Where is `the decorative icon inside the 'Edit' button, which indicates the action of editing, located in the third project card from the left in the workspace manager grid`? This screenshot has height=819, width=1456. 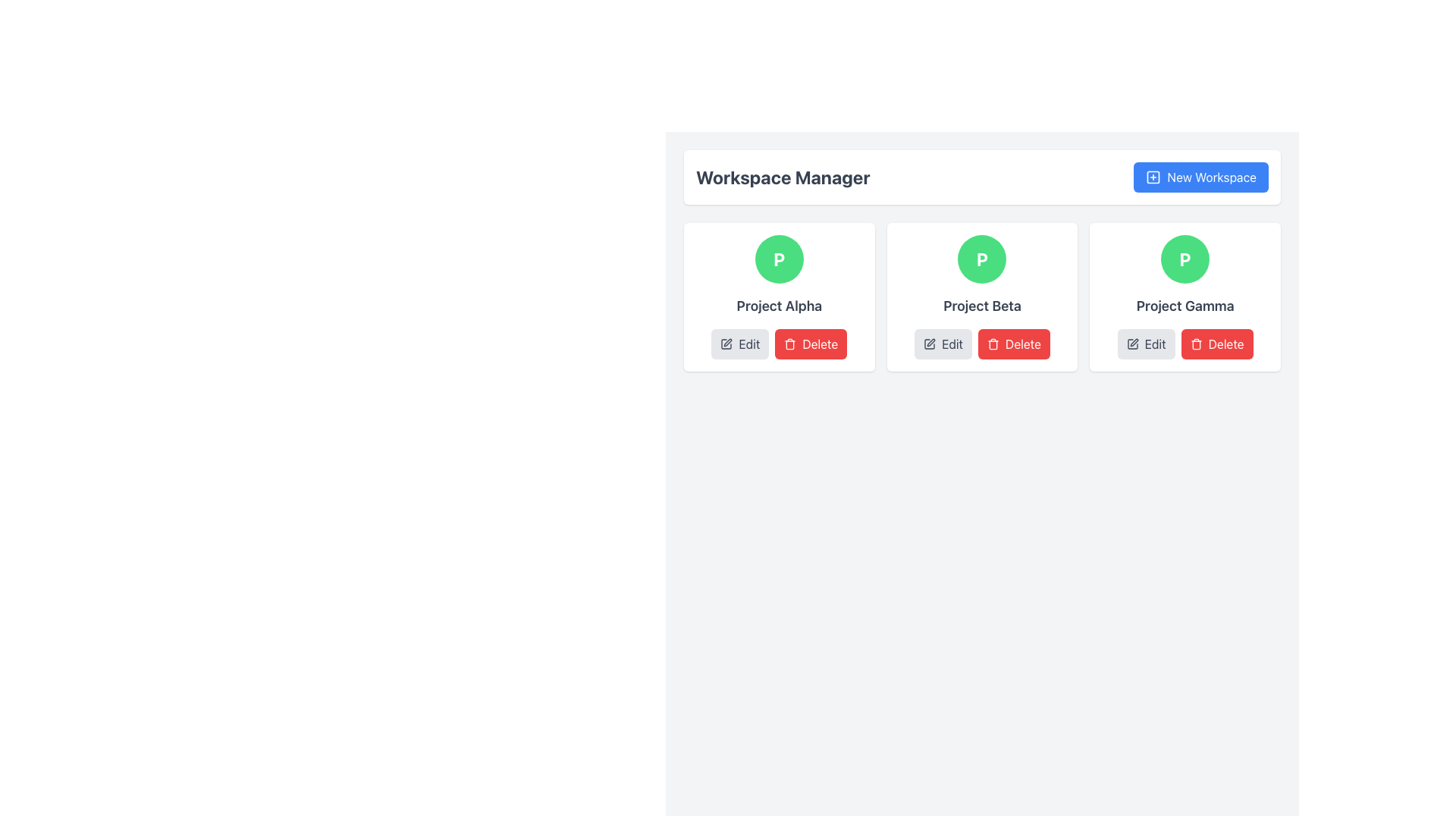 the decorative icon inside the 'Edit' button, which indicates the action of editing, located in the third project card from the left in the workspace manager grid is located at coordinates (1131, 344).